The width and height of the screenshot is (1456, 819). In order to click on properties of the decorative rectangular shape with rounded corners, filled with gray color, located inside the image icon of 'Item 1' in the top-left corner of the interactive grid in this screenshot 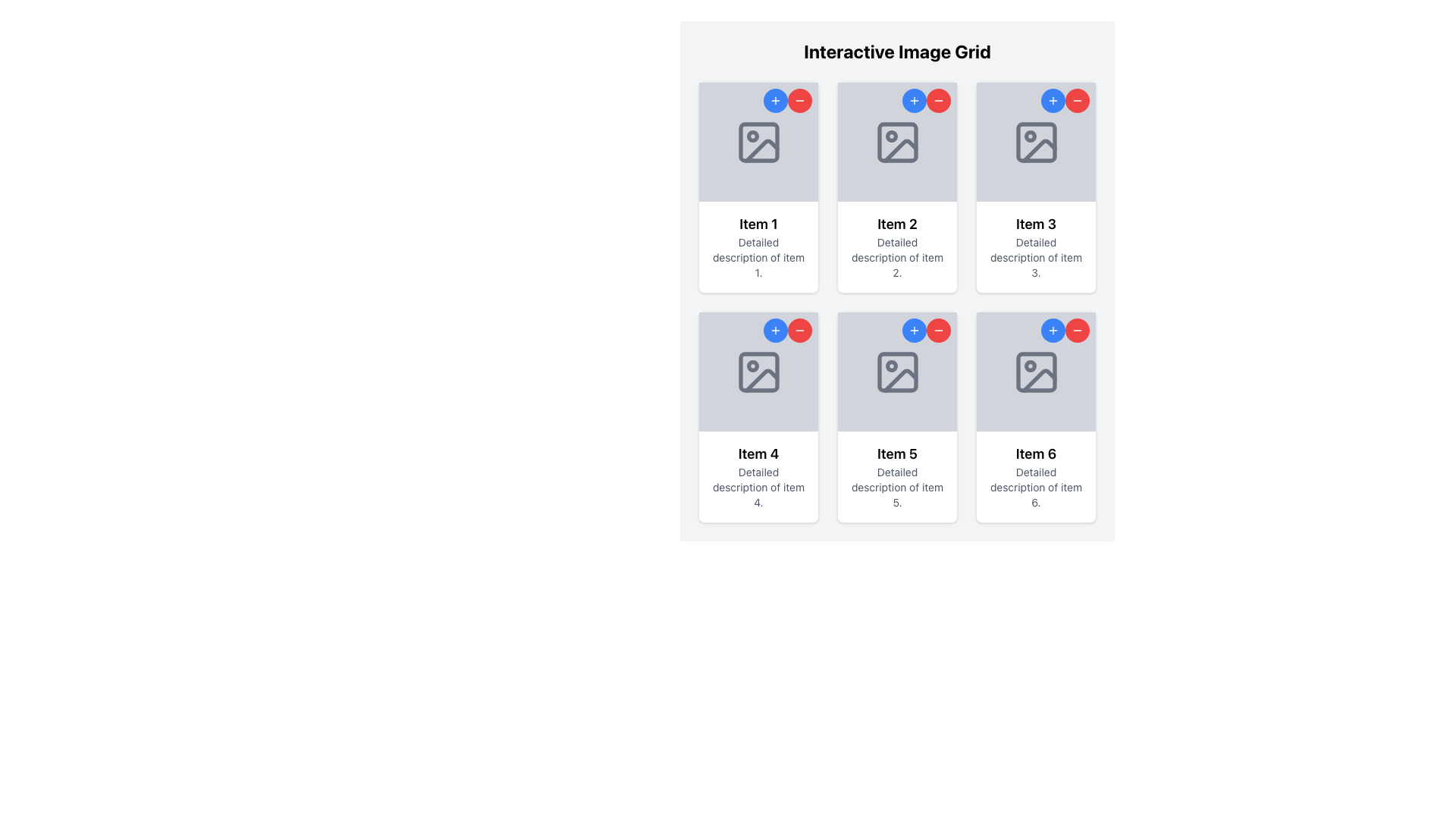, I will do `click(758, 142)`.